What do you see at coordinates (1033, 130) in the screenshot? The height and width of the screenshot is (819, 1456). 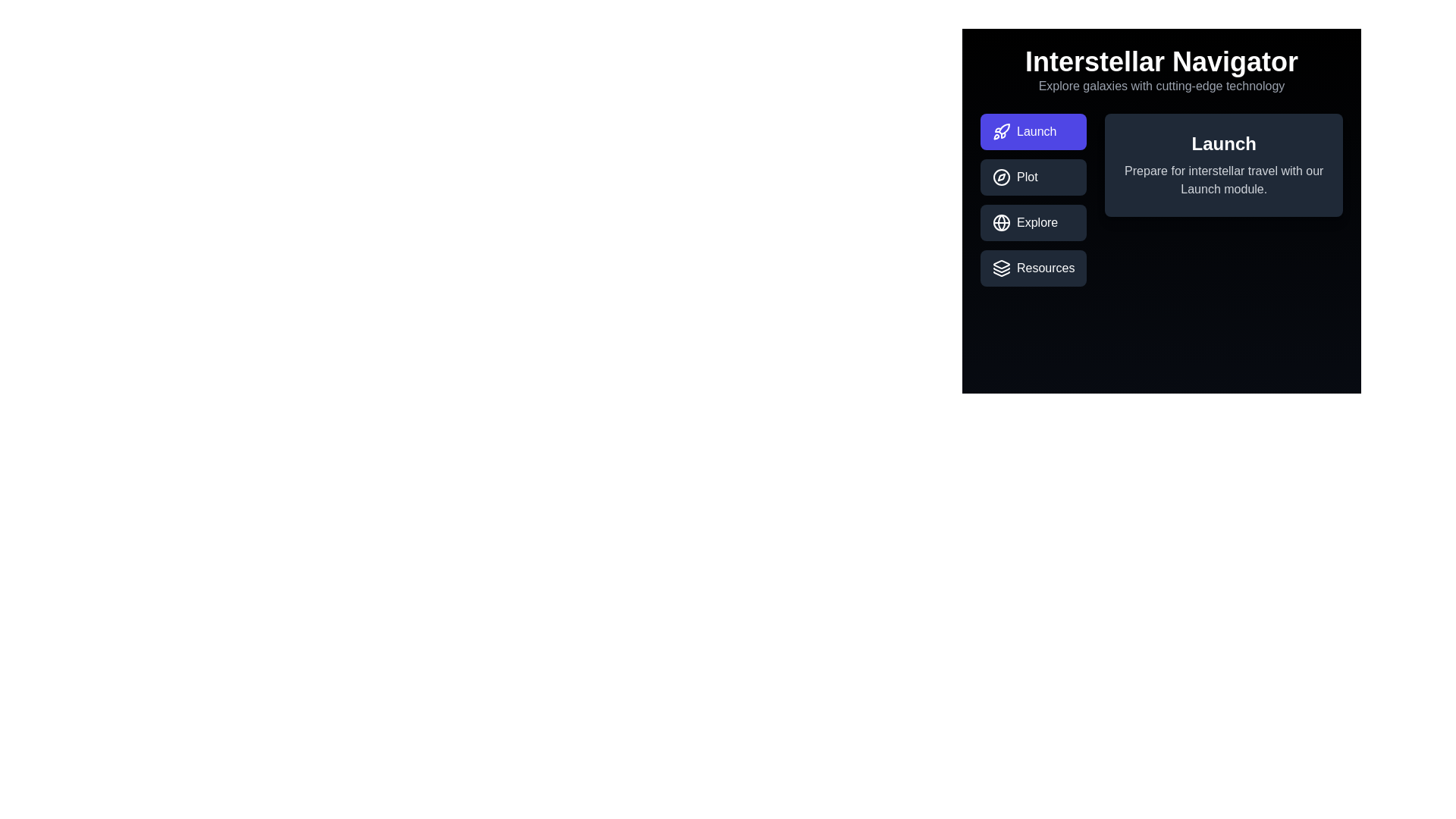 I see `the tab labeled Launch to view its content` at bounding box center [1033, 130].